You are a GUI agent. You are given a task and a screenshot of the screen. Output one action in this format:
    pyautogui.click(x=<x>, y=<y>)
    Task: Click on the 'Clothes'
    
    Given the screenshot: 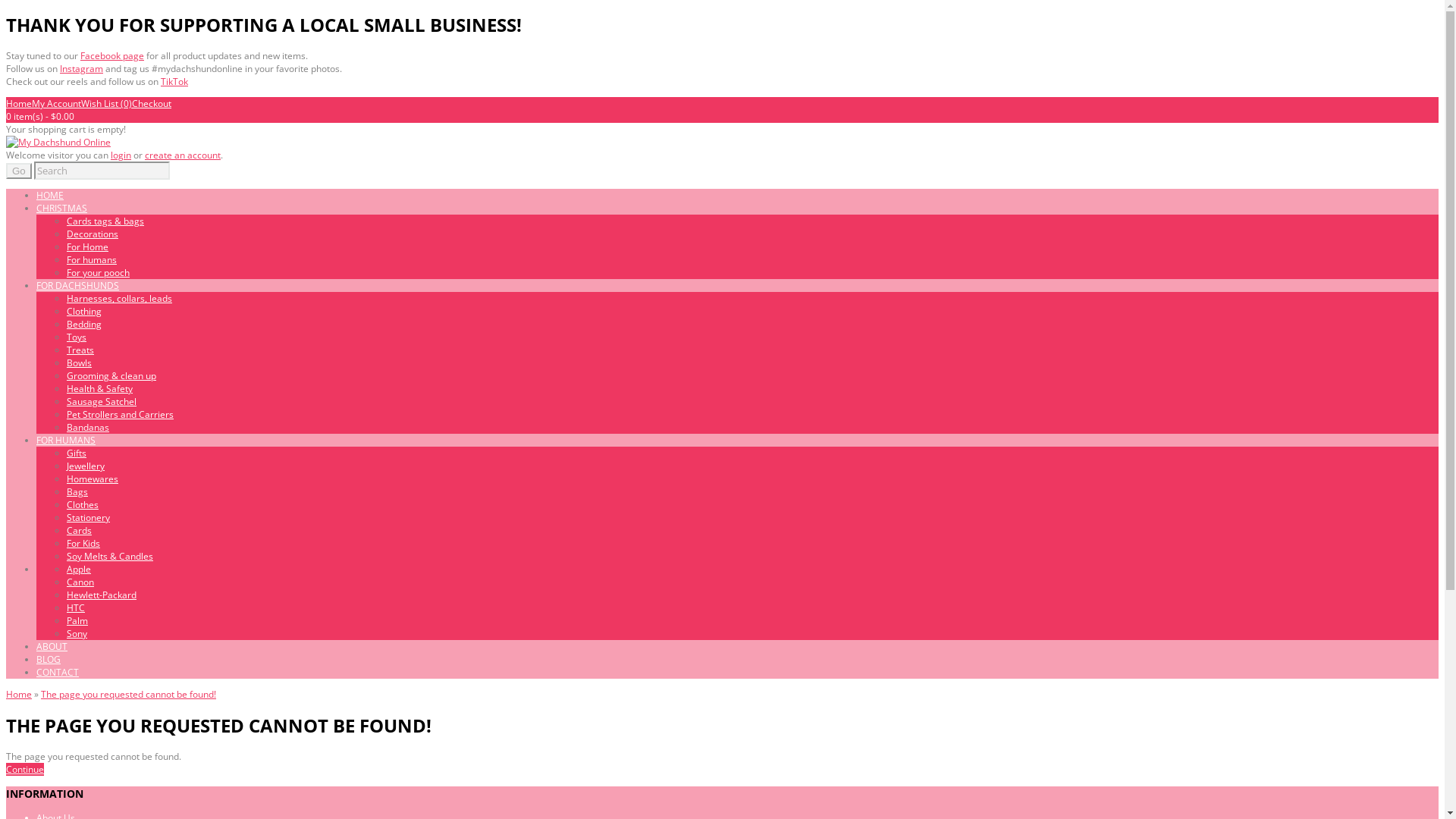 What is the action you would take?
    pyautogui.click(x=82, y=504)
    